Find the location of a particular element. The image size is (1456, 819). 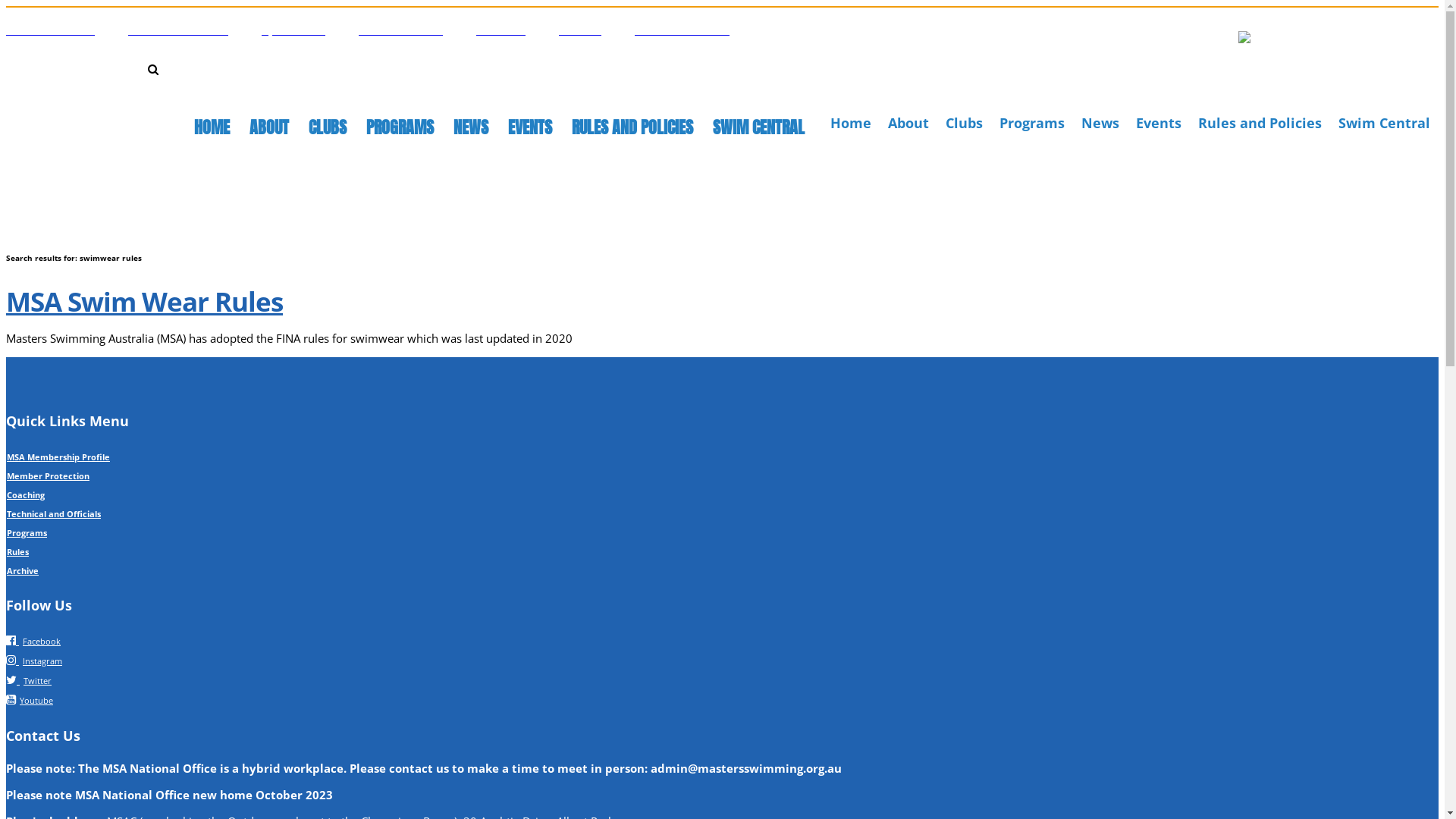

'Twitter' is located at coordinates (29, 678).